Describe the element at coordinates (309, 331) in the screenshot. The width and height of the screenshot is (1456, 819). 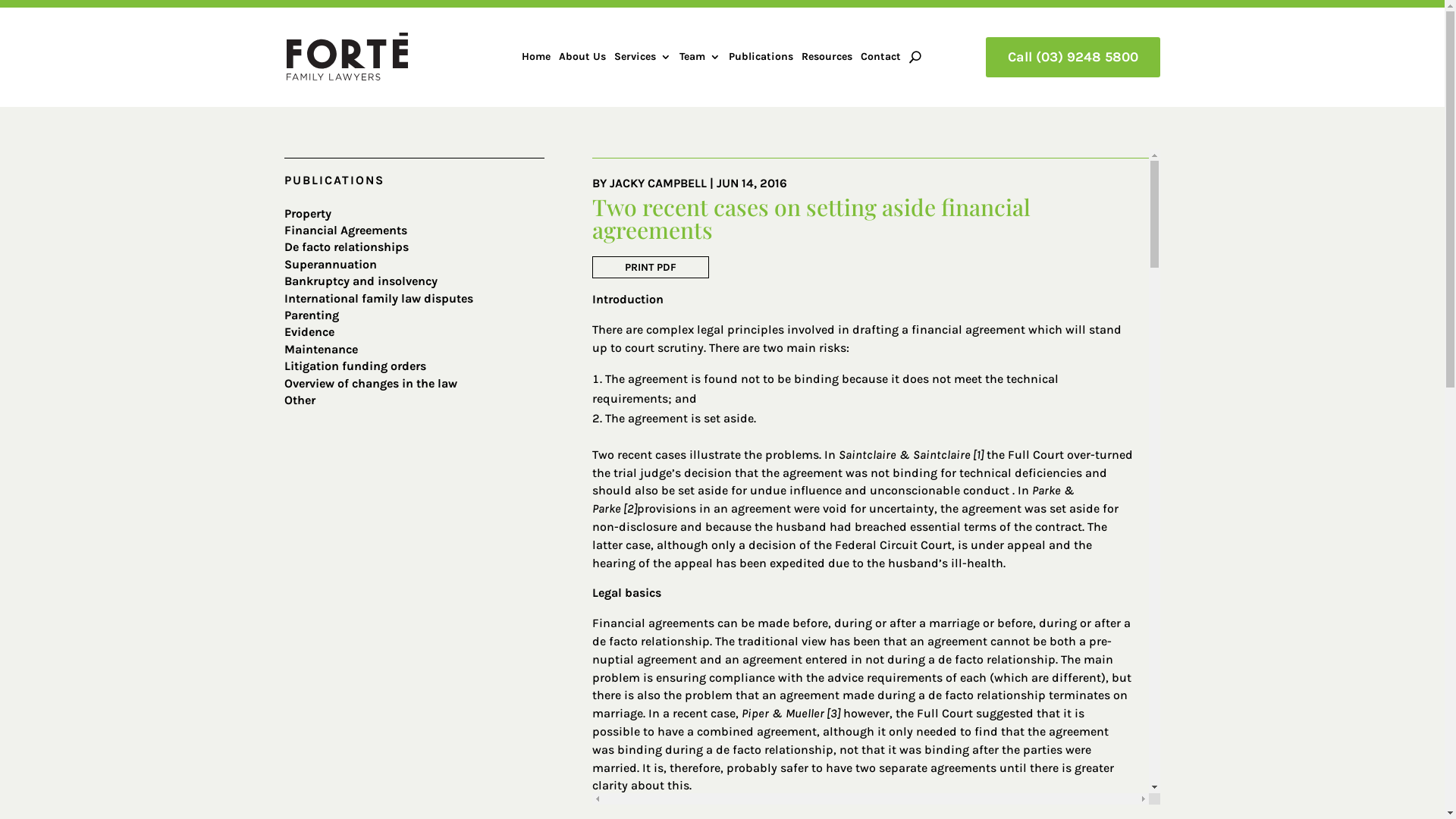
I see `'Evidence'` at that location.